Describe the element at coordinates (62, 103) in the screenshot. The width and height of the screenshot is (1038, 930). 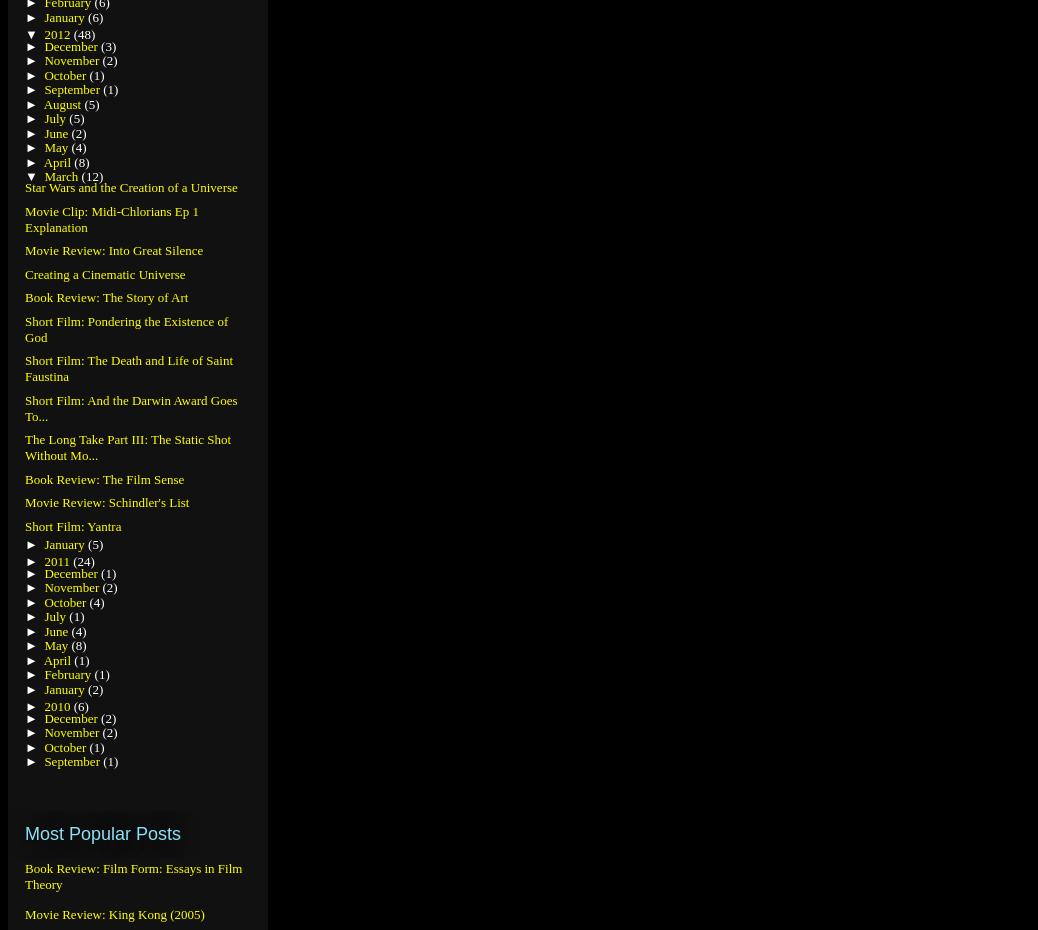
I see `'August'` at that location.